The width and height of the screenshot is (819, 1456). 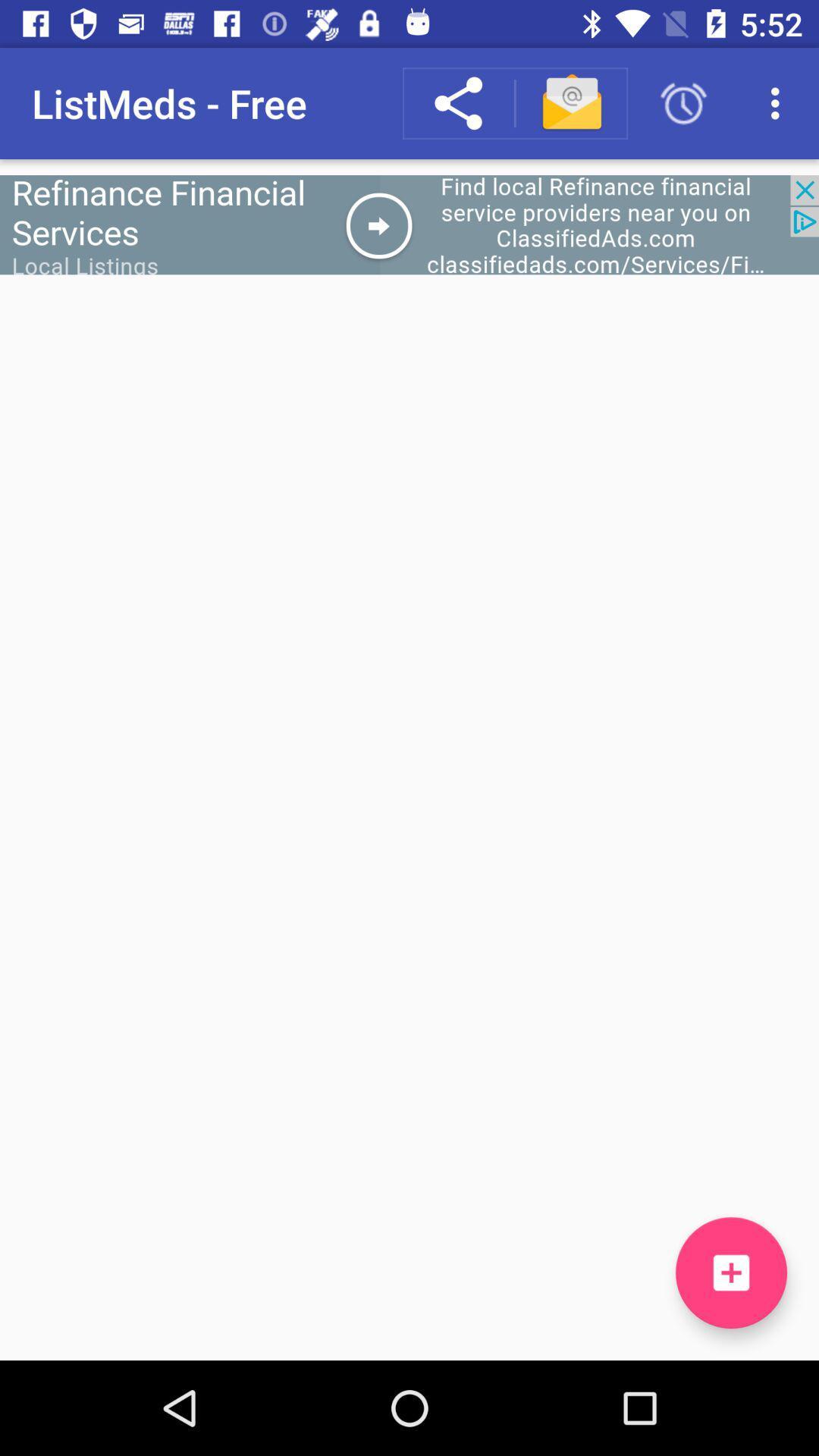 I want to click on announcement, so click(x=409, y=224).